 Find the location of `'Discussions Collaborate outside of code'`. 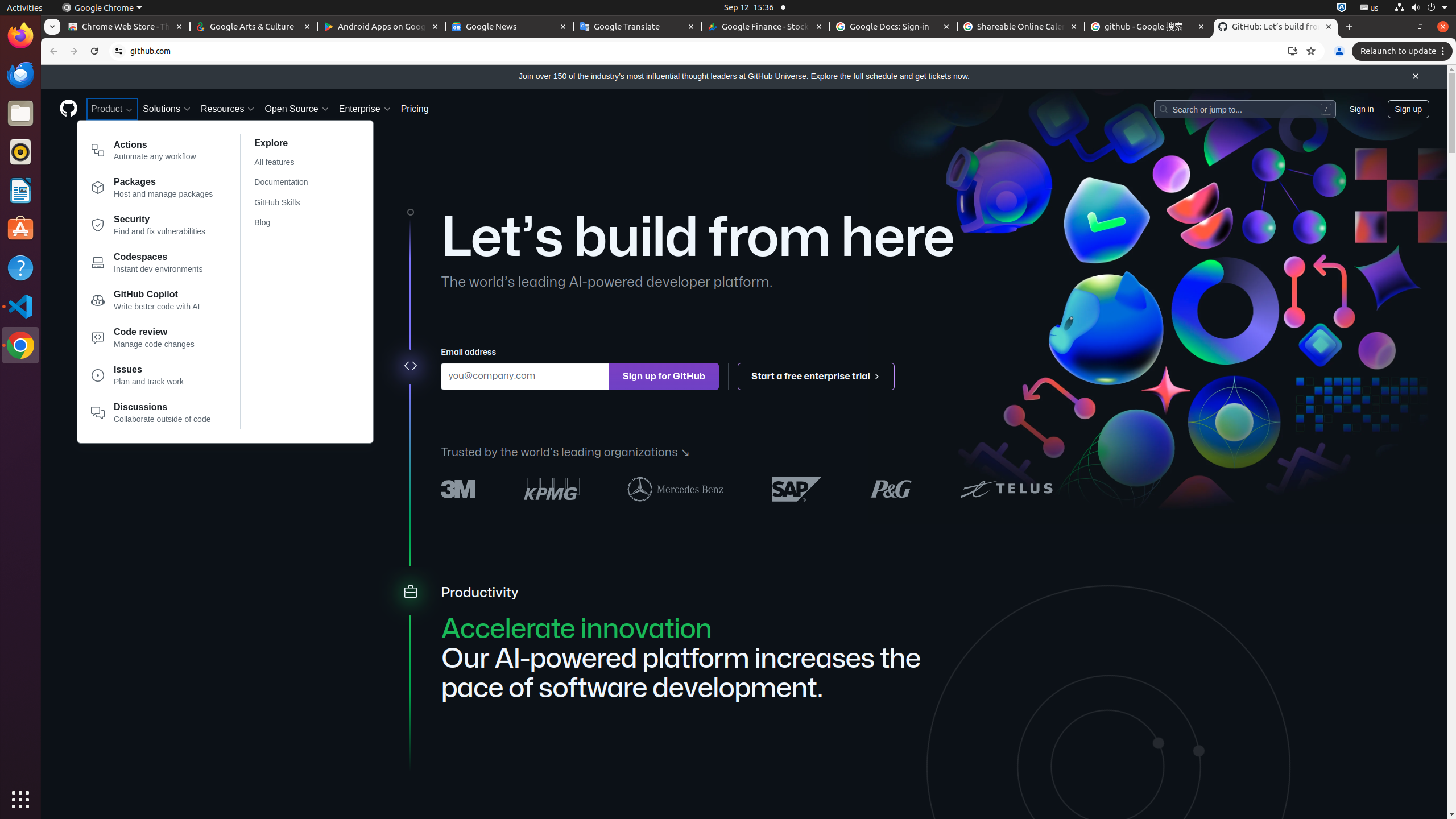

'Discussions Collaborate outside of code' is located at coordinates (151, 412).